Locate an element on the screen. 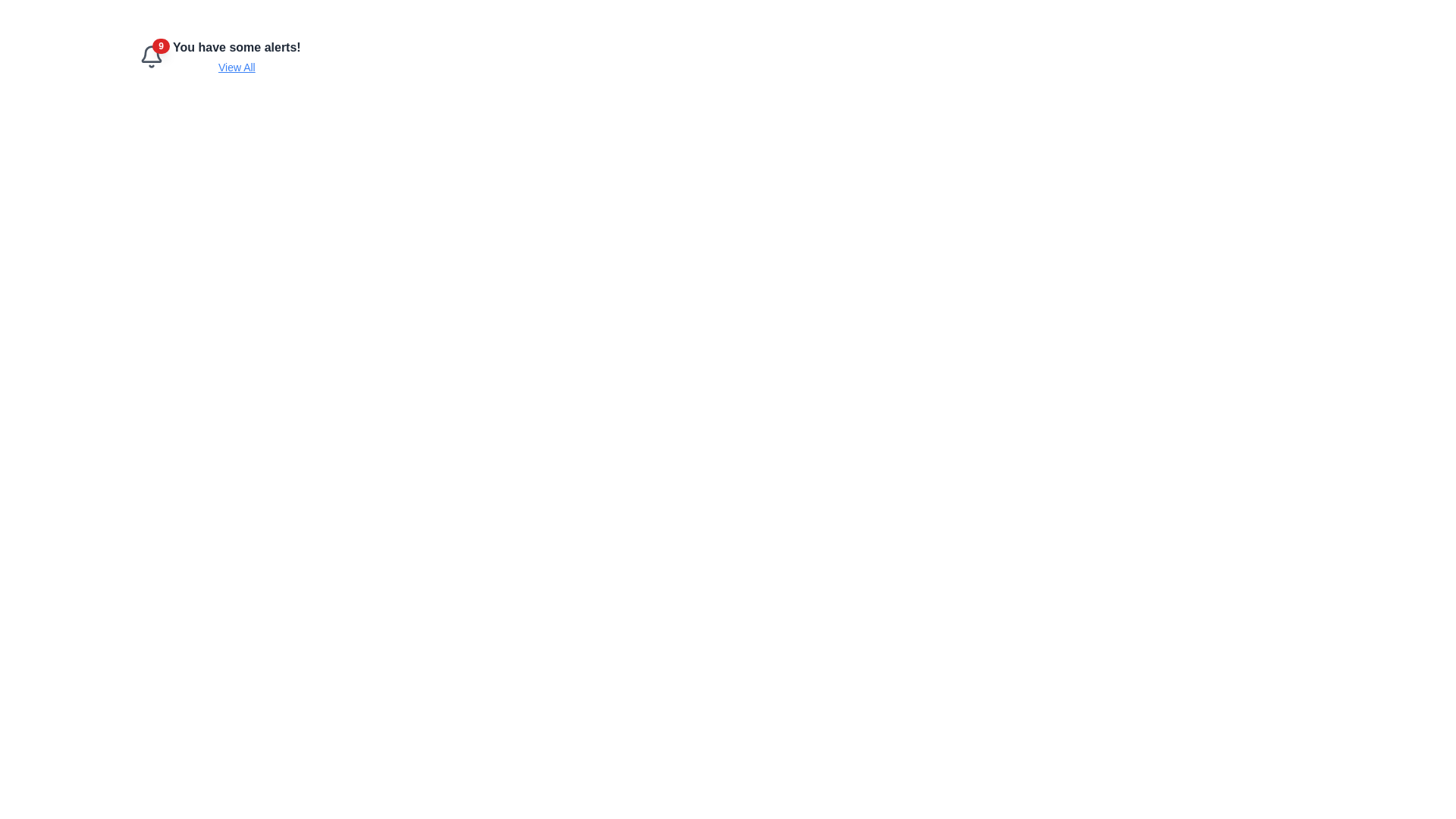  the notification bell icon with a red badge displaying '9' is located at coordinates (152, 55).